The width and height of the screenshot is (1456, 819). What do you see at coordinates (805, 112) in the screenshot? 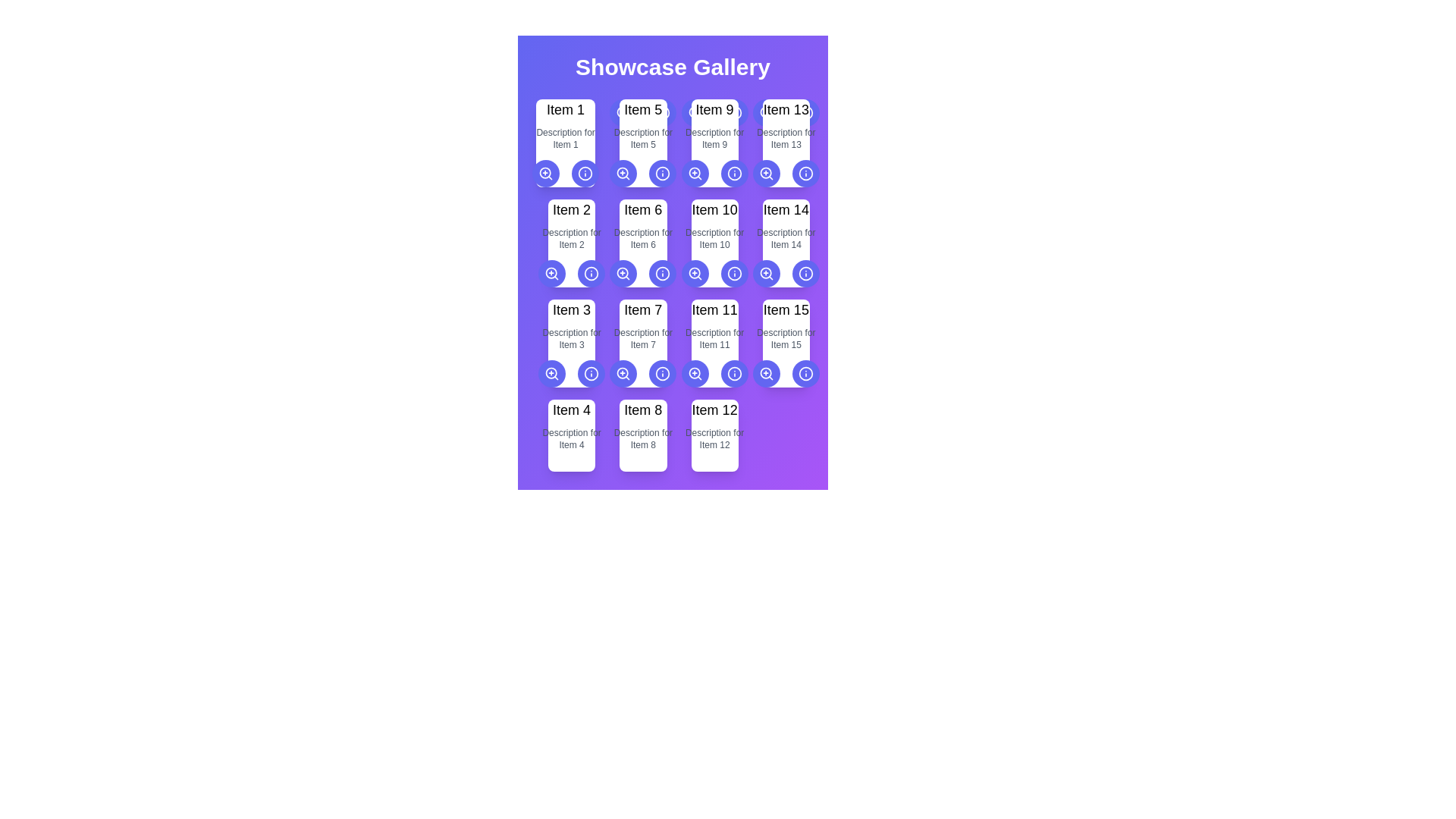
I see `the circular graphical boundary of the information icon located at the top-right corner of the card labeled 'Item 13' in the grid layout` at bounding box center [805, 112].